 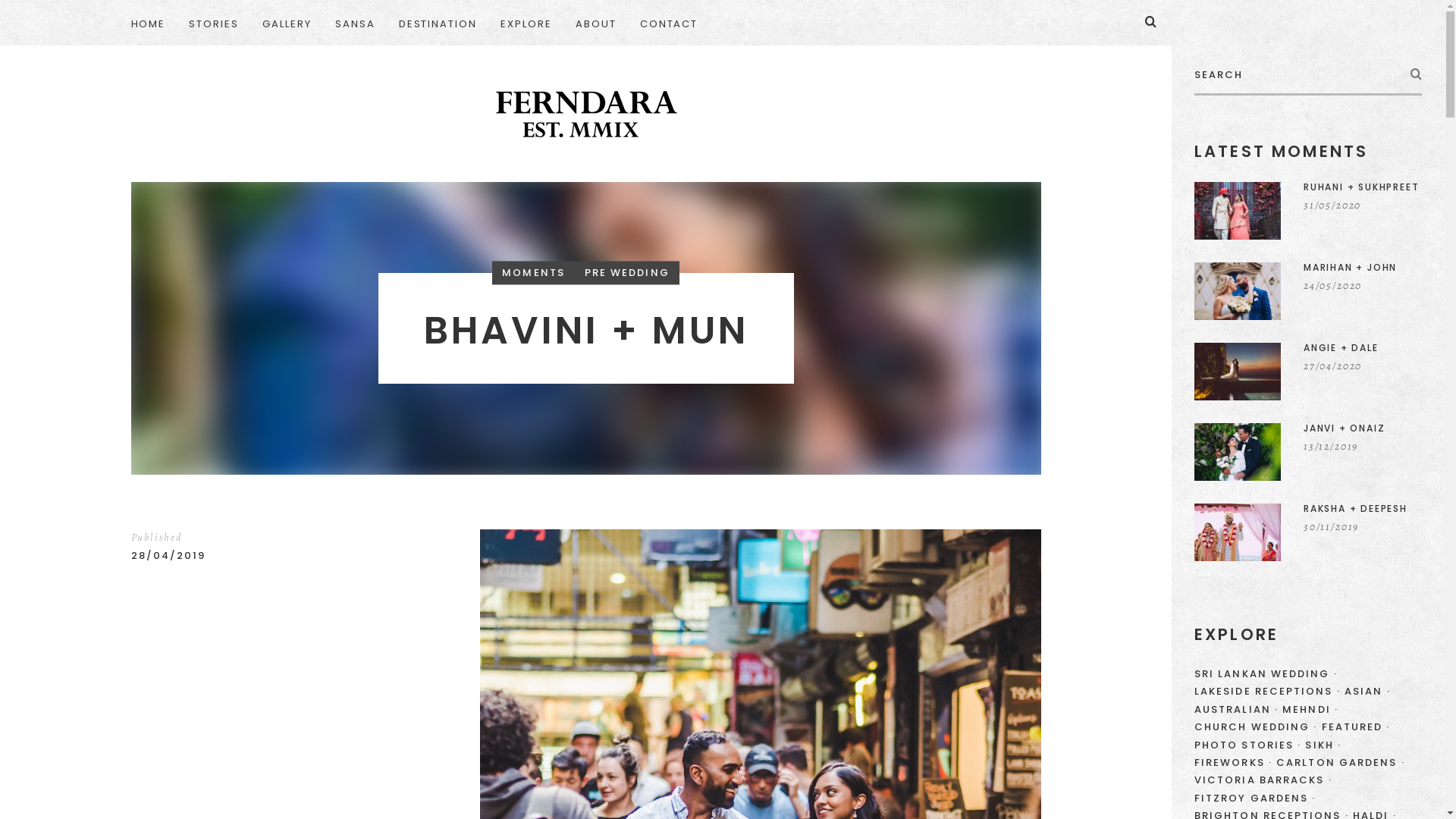 I want to click on 'ASIAN', so click(x=1367, y=691).